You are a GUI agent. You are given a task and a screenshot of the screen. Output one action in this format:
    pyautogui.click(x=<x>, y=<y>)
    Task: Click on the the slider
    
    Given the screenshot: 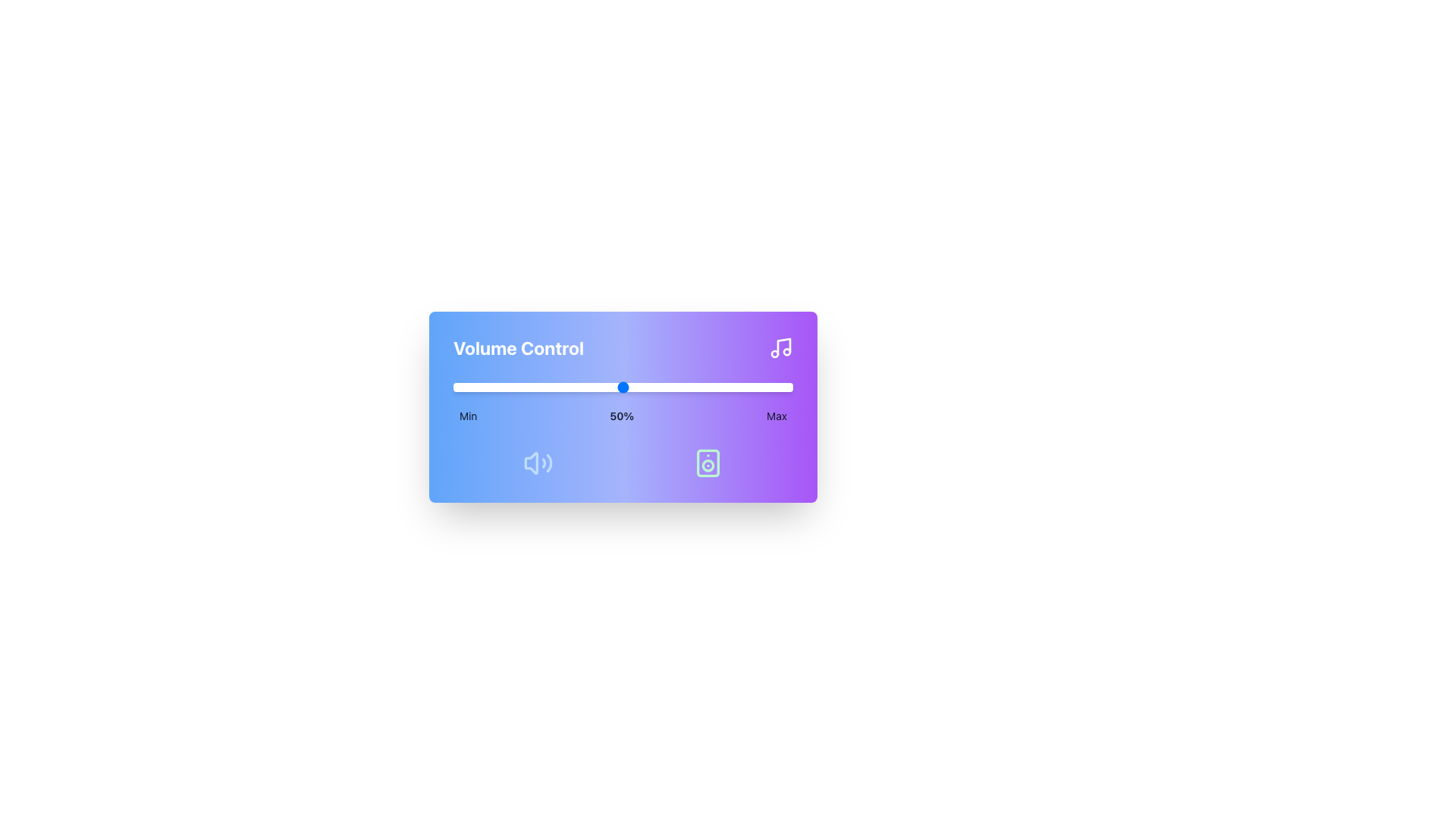 What is the action you would take?
    pyautogui.click(x=528, y=386)
    